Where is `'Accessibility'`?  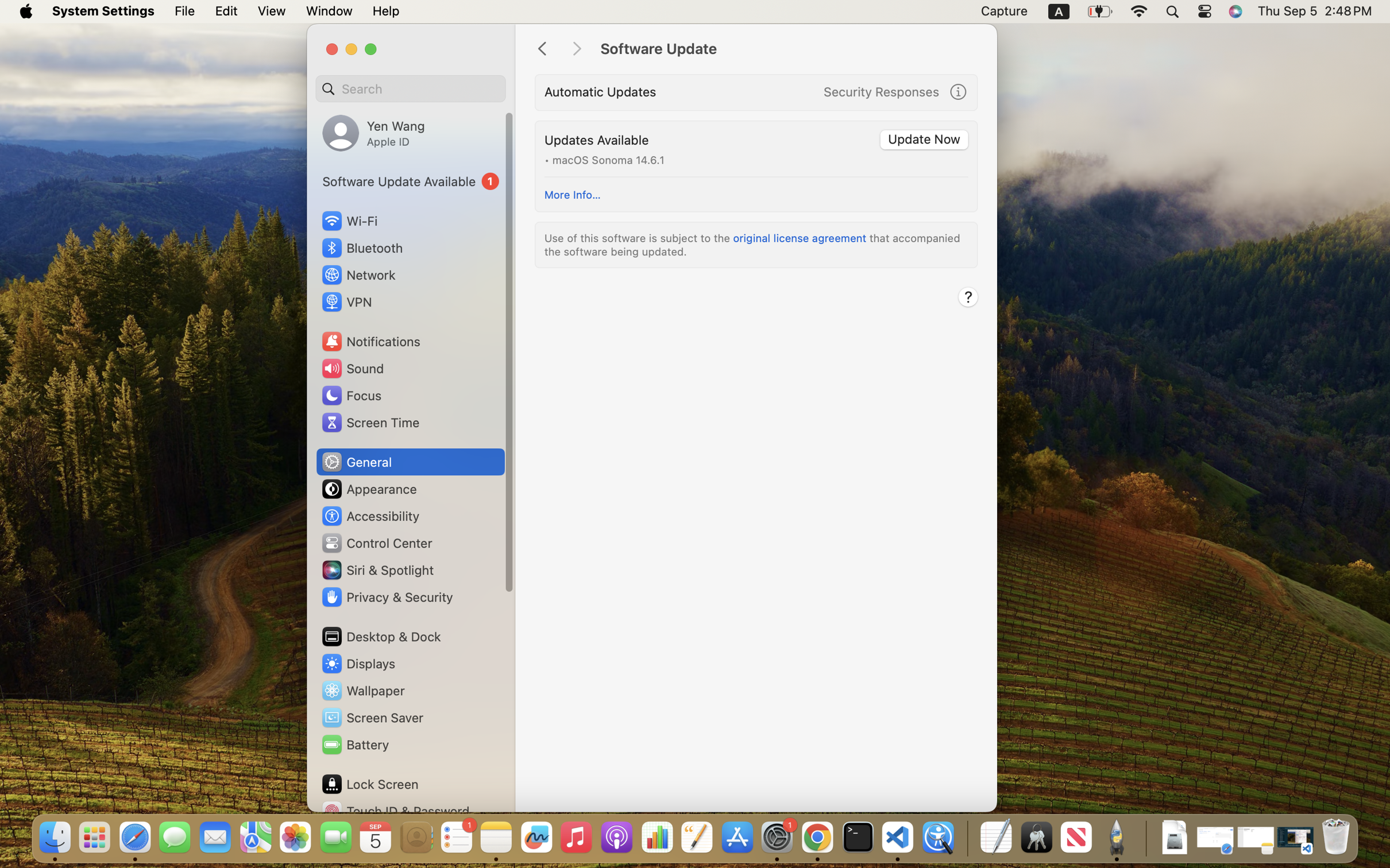 'Accessibility' is located at coordinates (370, 515).